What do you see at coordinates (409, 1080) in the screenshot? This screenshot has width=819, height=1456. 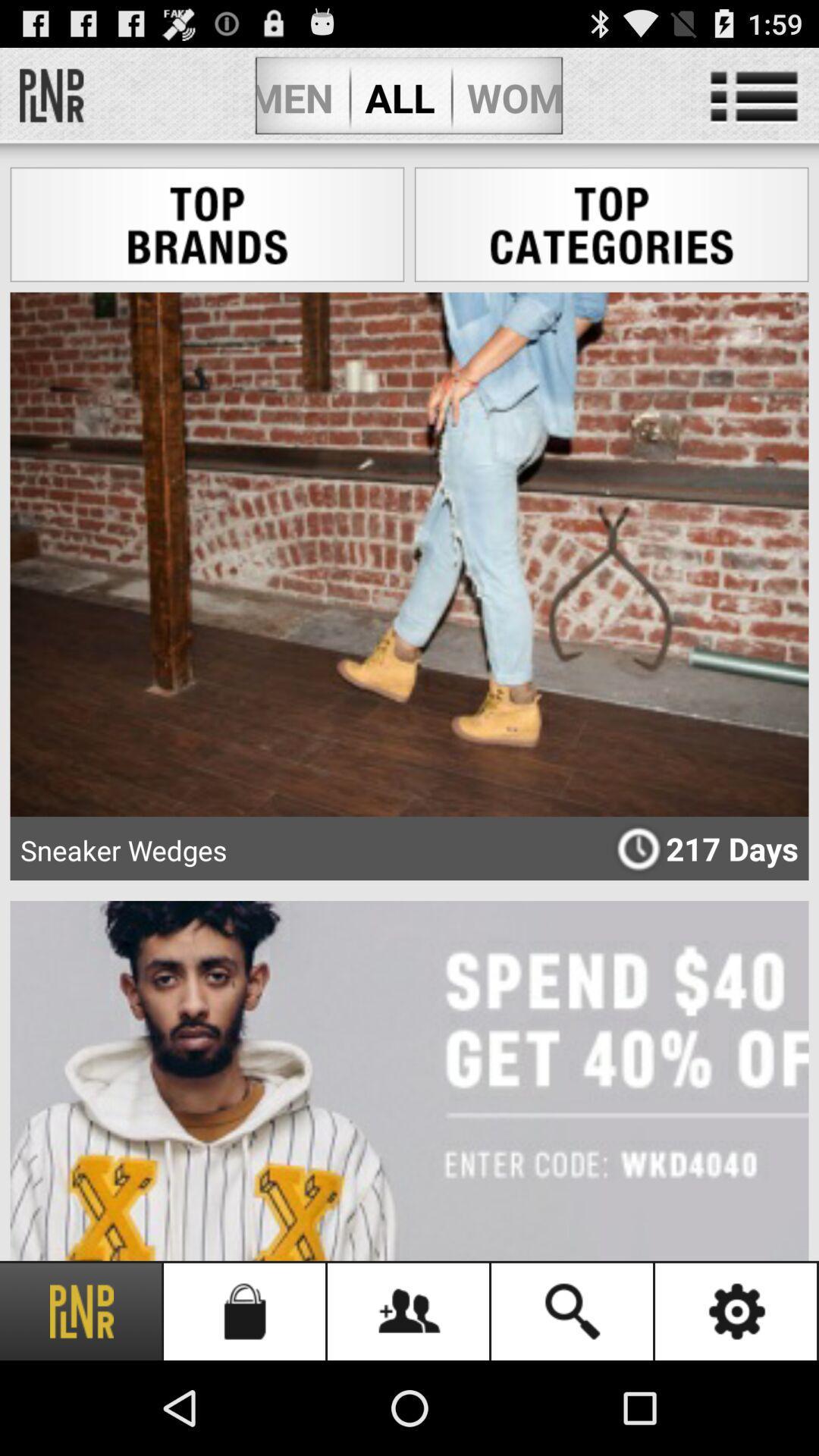 I see `the second image` at bounding box center [409, 1080].